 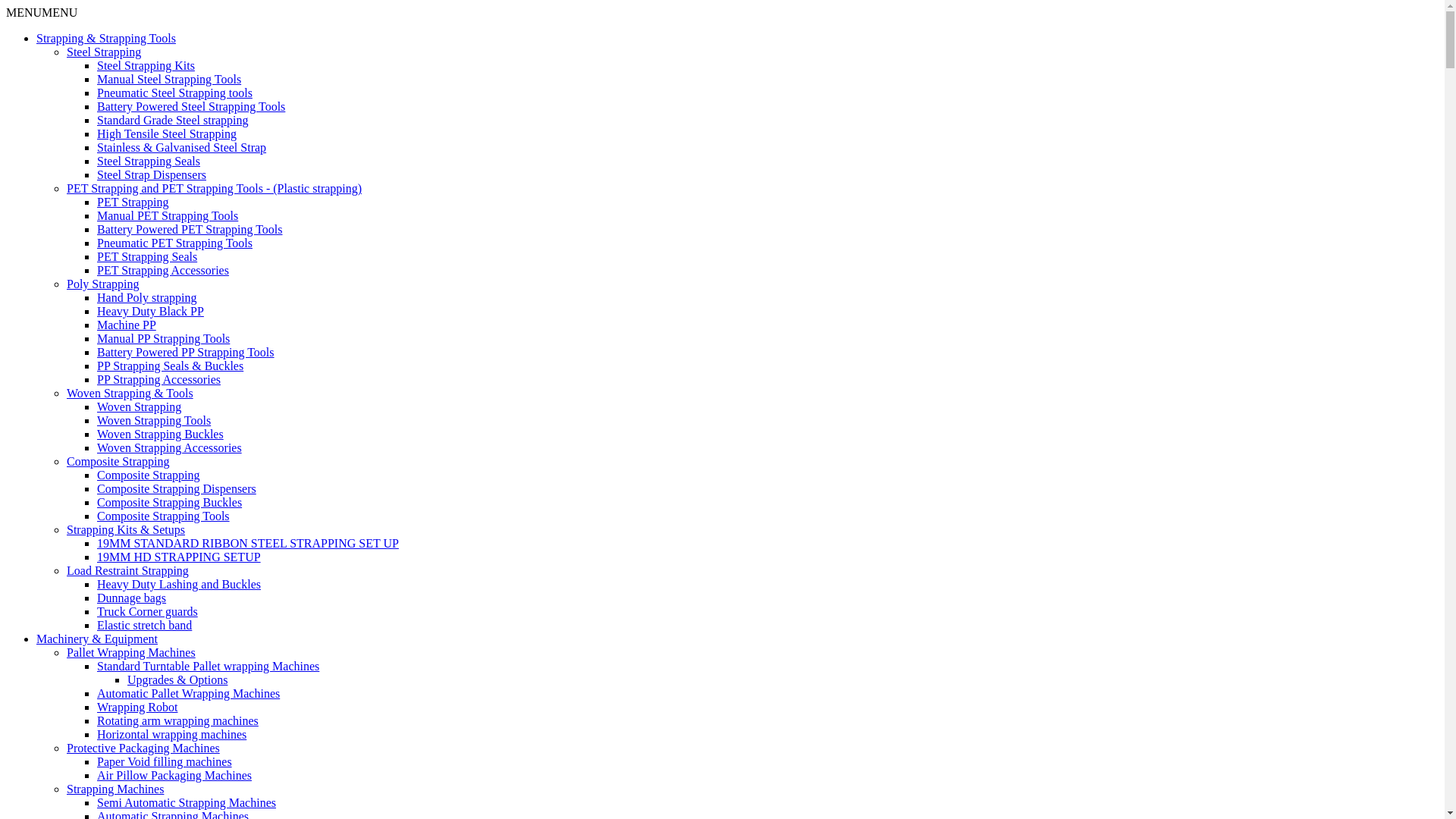 I want to click on 'Strapping Kits & Setups', so click(x=126, y=529).